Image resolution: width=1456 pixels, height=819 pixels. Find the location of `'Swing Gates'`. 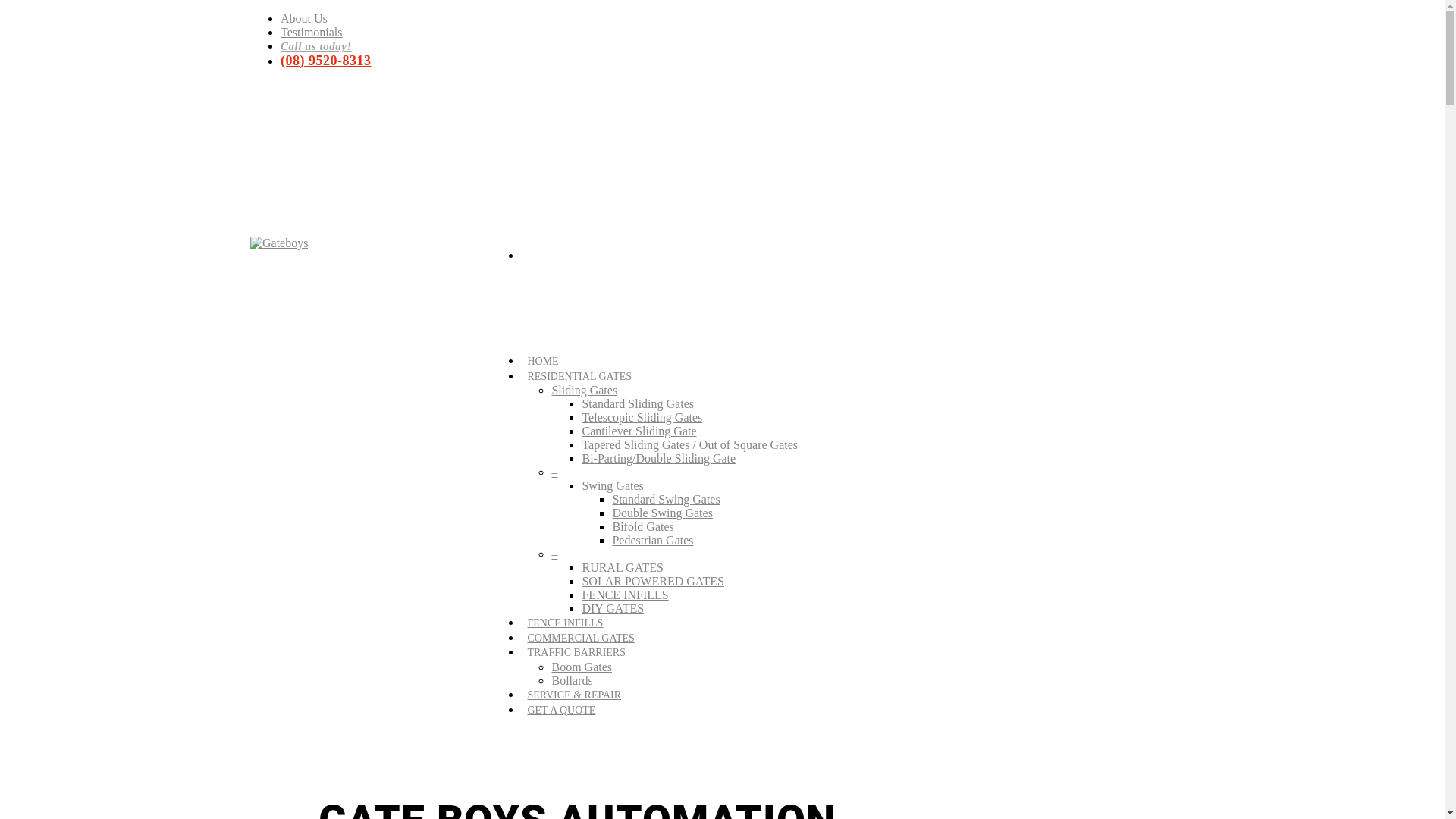

'Swing Gates' is located at coordinates (581, 485).